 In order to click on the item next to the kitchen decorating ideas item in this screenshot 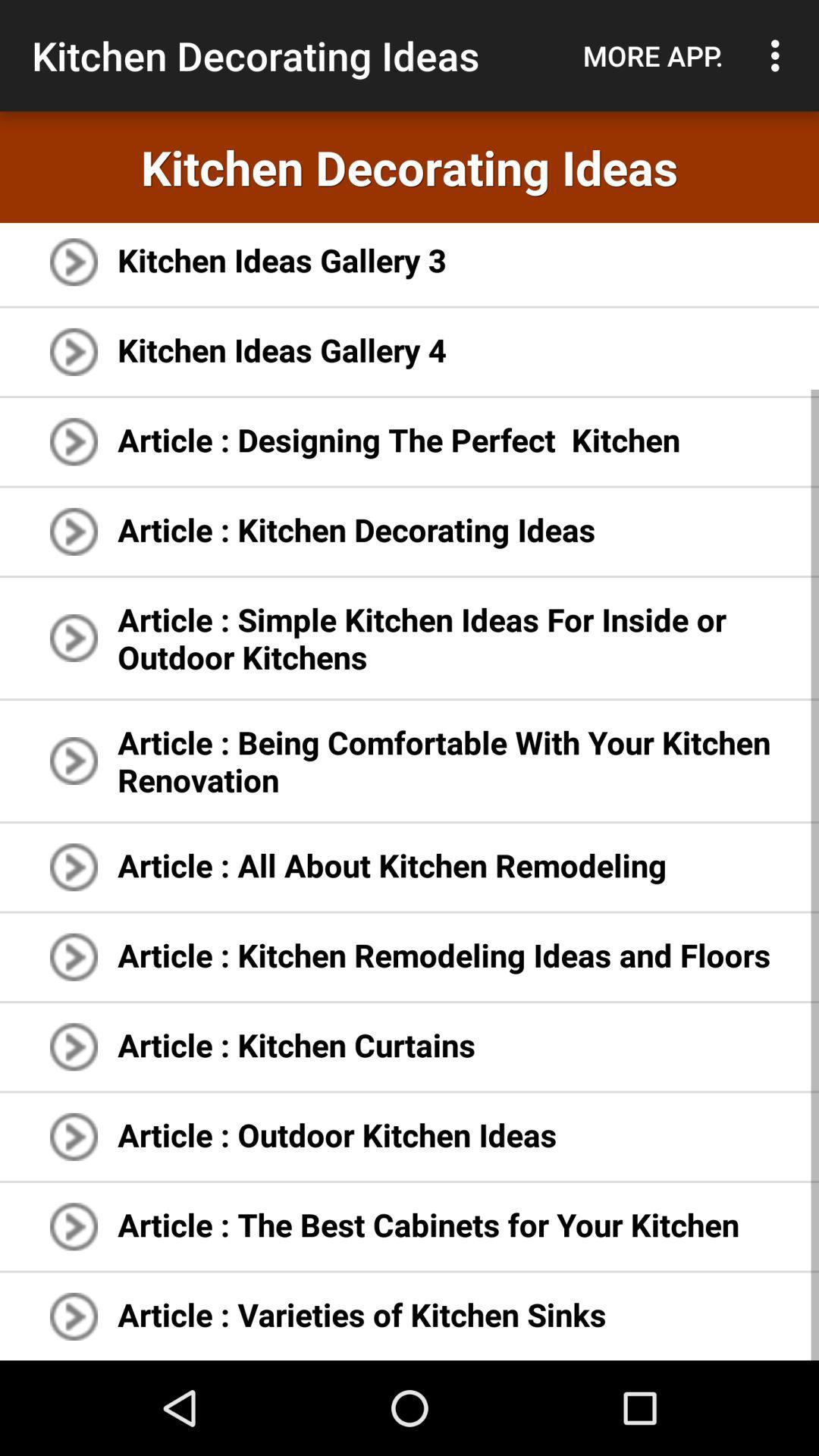, I will do `click(652, 55)`.